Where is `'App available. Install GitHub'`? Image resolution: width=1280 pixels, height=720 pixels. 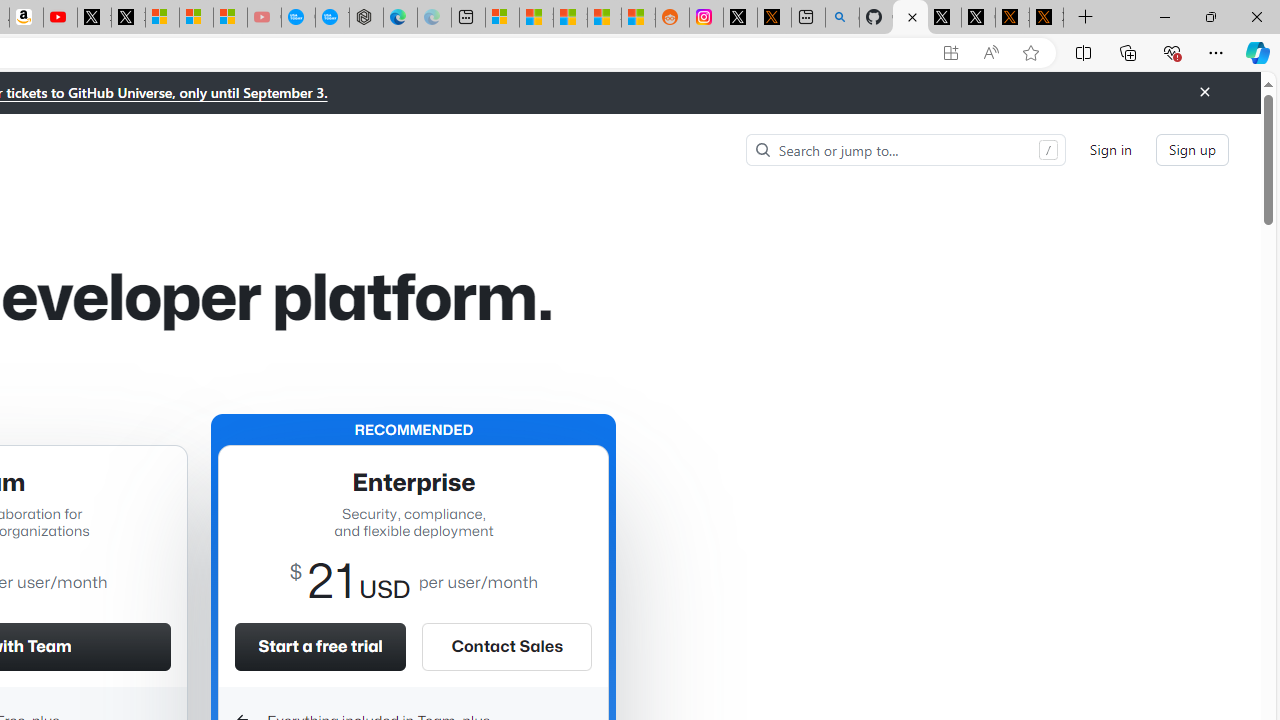 'App available. Install GitHub' is located at coordinates (950, 52).